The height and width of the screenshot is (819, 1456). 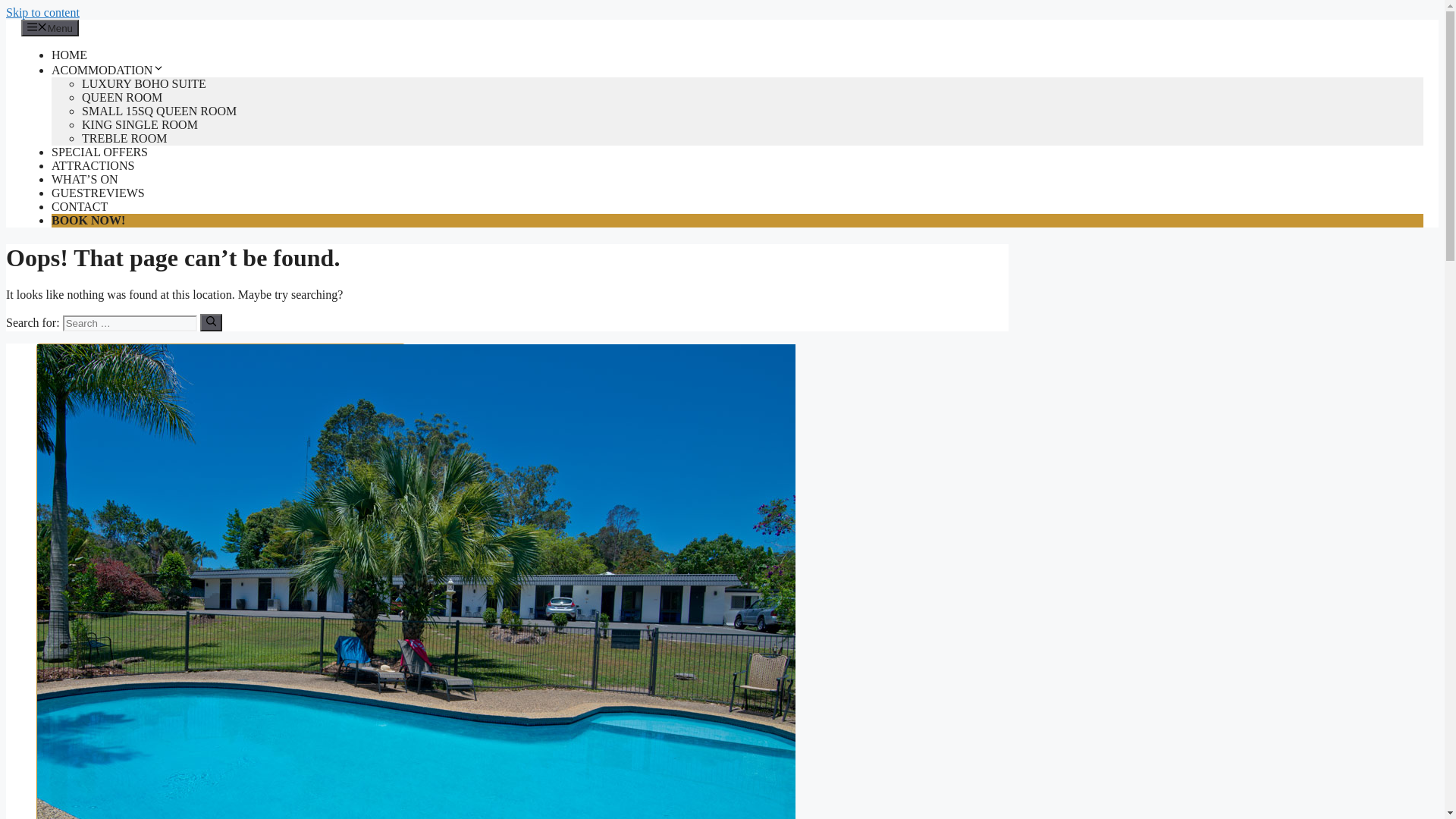 What do you see at coordinates (124, 138) in the screenshot?
I see `'TREBLE ROOM'` at bounding box center [124, 138].